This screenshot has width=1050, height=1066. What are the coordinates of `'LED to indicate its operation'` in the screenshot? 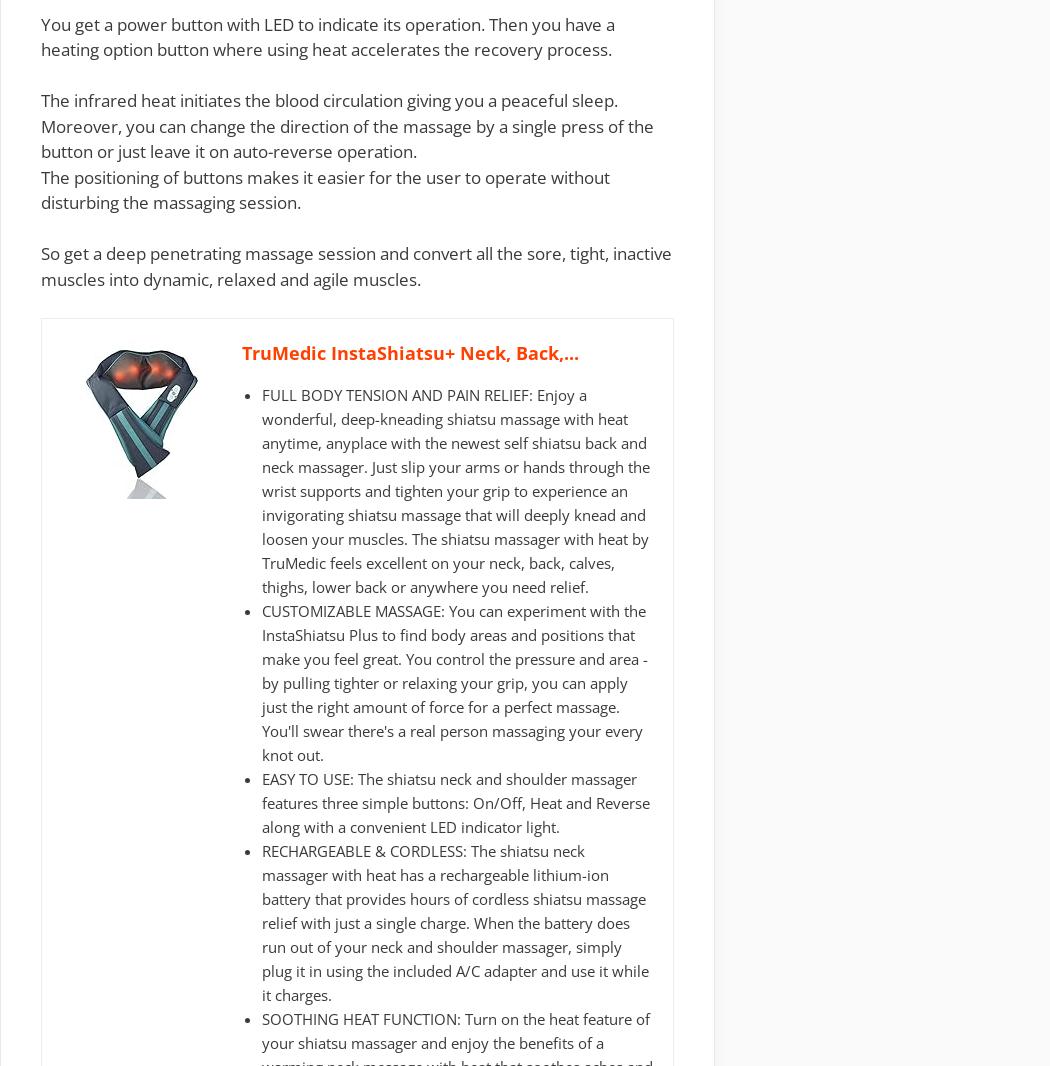 It's located at (371, 22).